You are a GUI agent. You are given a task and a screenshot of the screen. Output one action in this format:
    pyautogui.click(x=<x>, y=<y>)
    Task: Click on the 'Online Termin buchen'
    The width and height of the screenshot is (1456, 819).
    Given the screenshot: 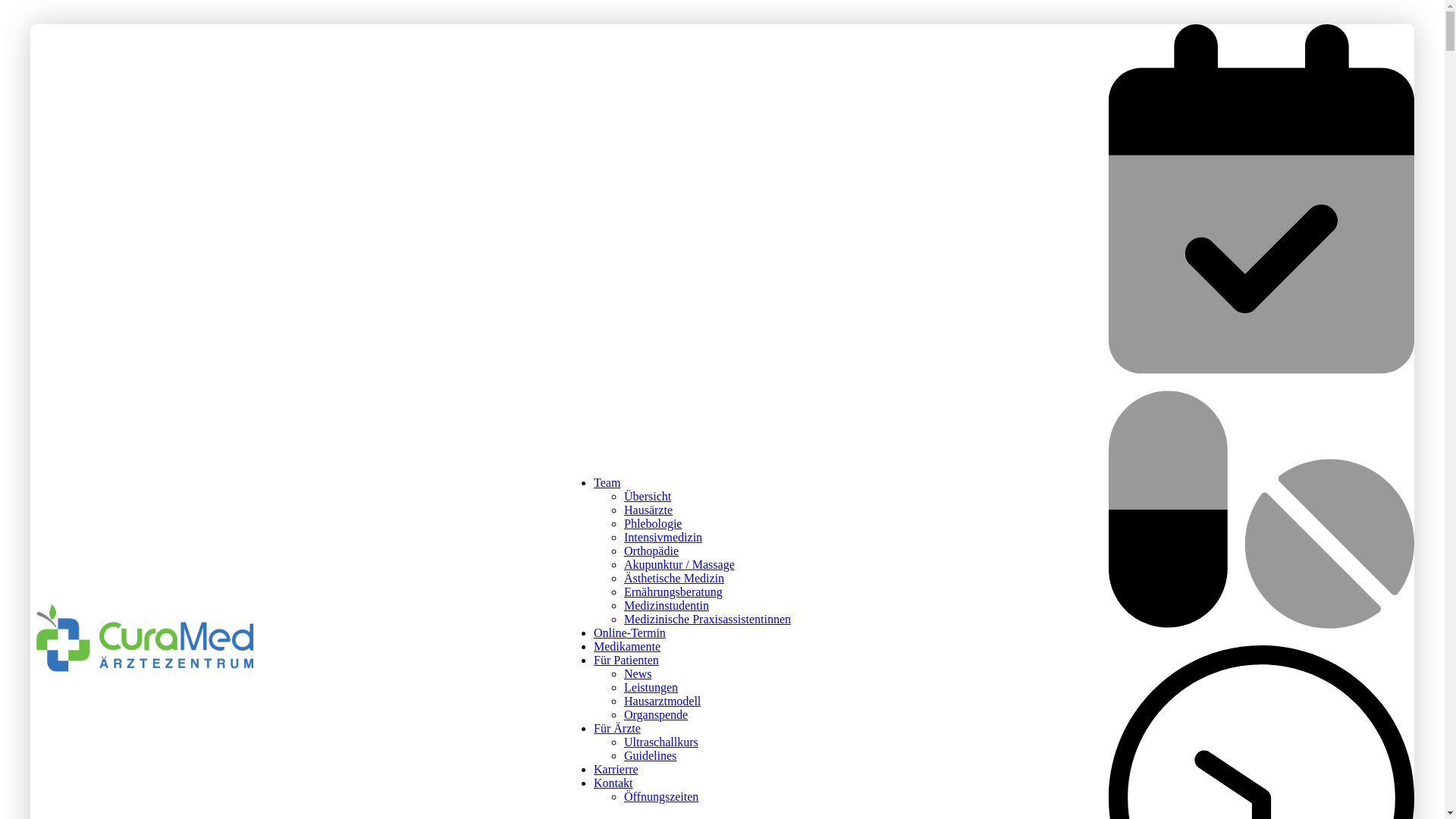 What is the action you would take?
    pyautogui.click(x=1261, y=30)
    